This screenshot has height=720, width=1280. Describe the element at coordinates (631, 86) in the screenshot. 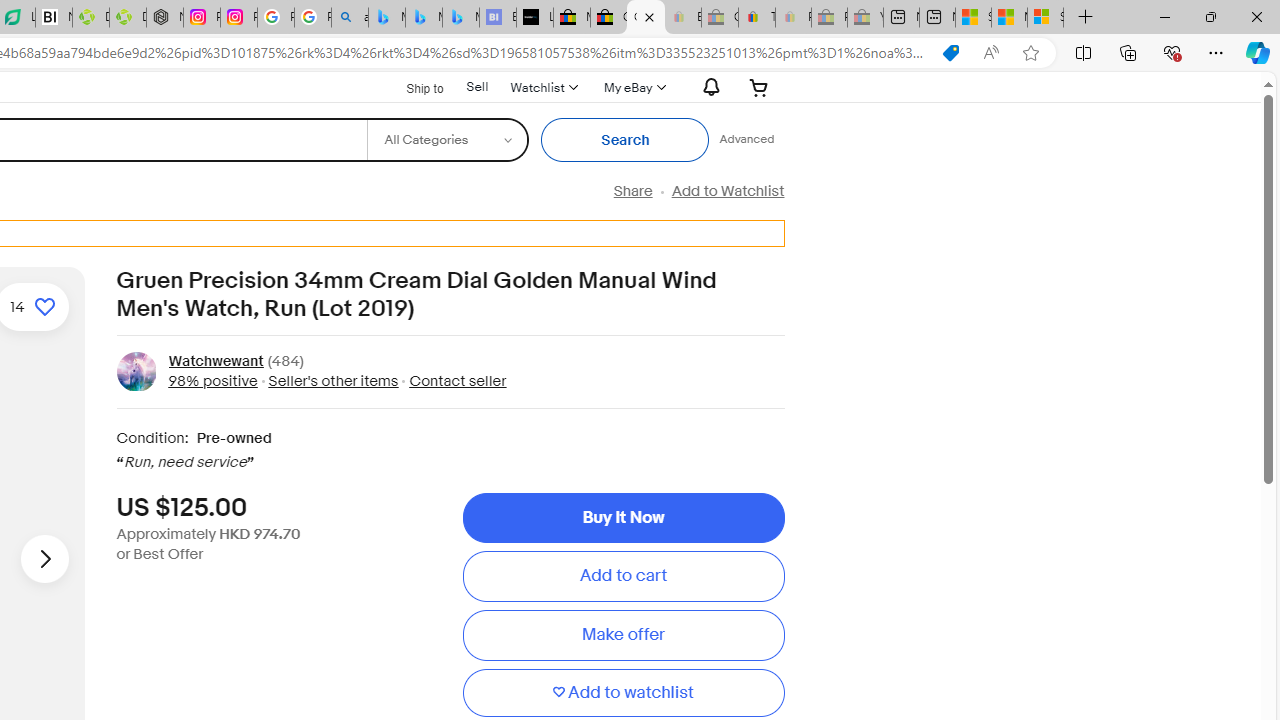

I see `'My eBay'` at that location.